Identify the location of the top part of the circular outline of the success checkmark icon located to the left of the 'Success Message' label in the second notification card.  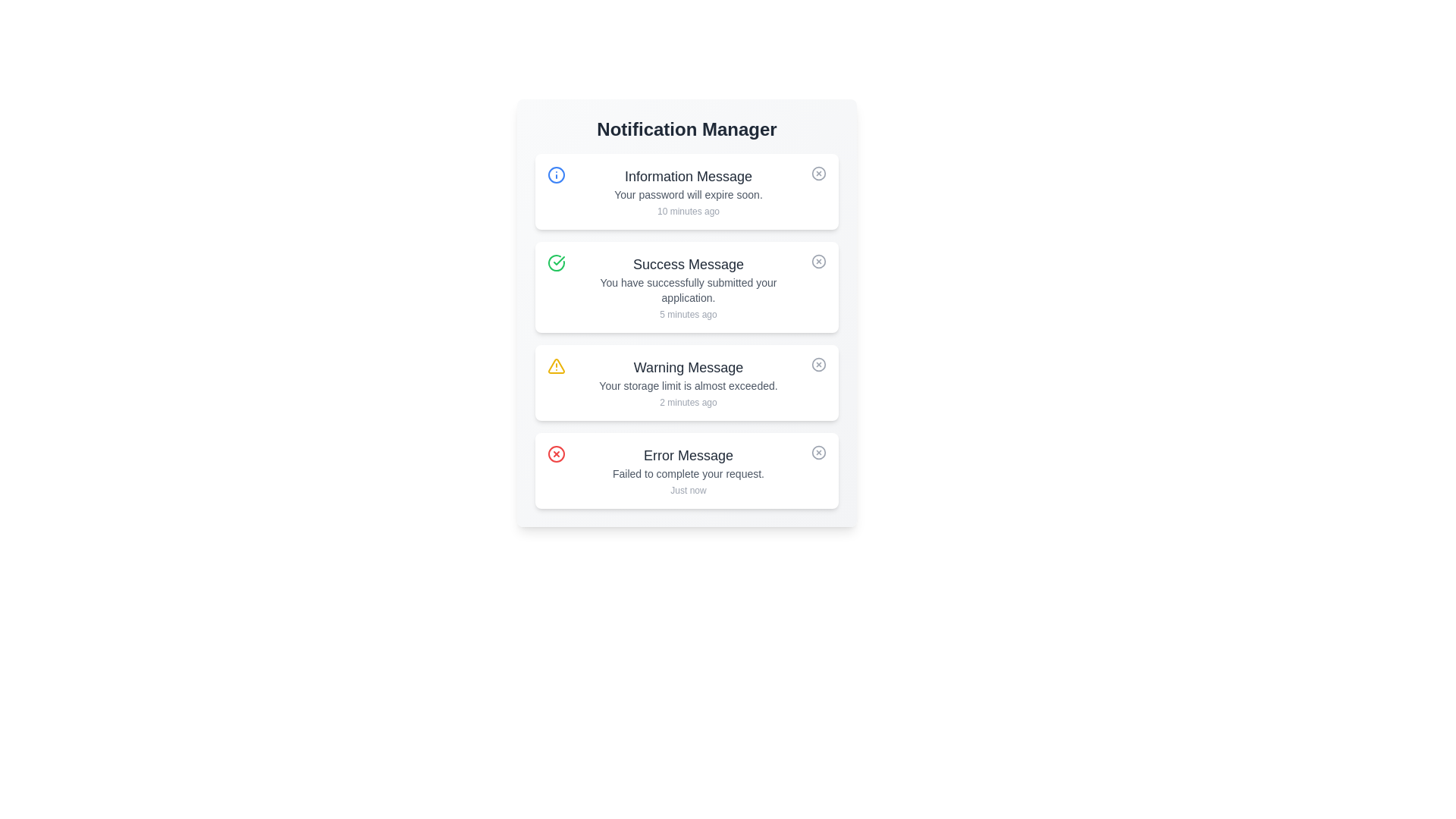
(556, 262).